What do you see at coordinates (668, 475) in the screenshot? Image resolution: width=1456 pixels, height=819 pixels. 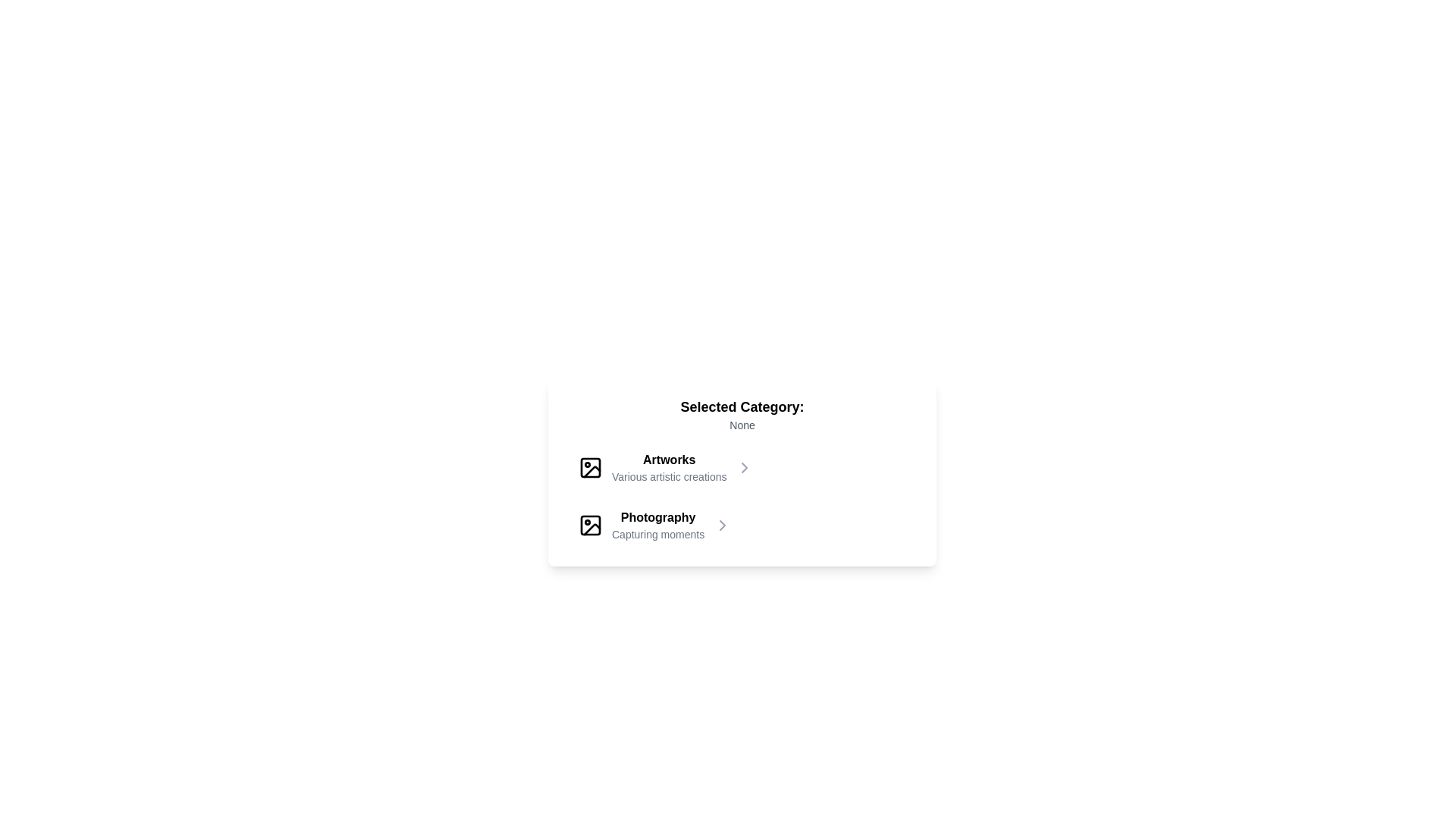 I see `text element containing the phrase 'Various artistic creations', which is styled in light gray and positioned below the bold 'Artworks' text` at bounding box center [668, 475].